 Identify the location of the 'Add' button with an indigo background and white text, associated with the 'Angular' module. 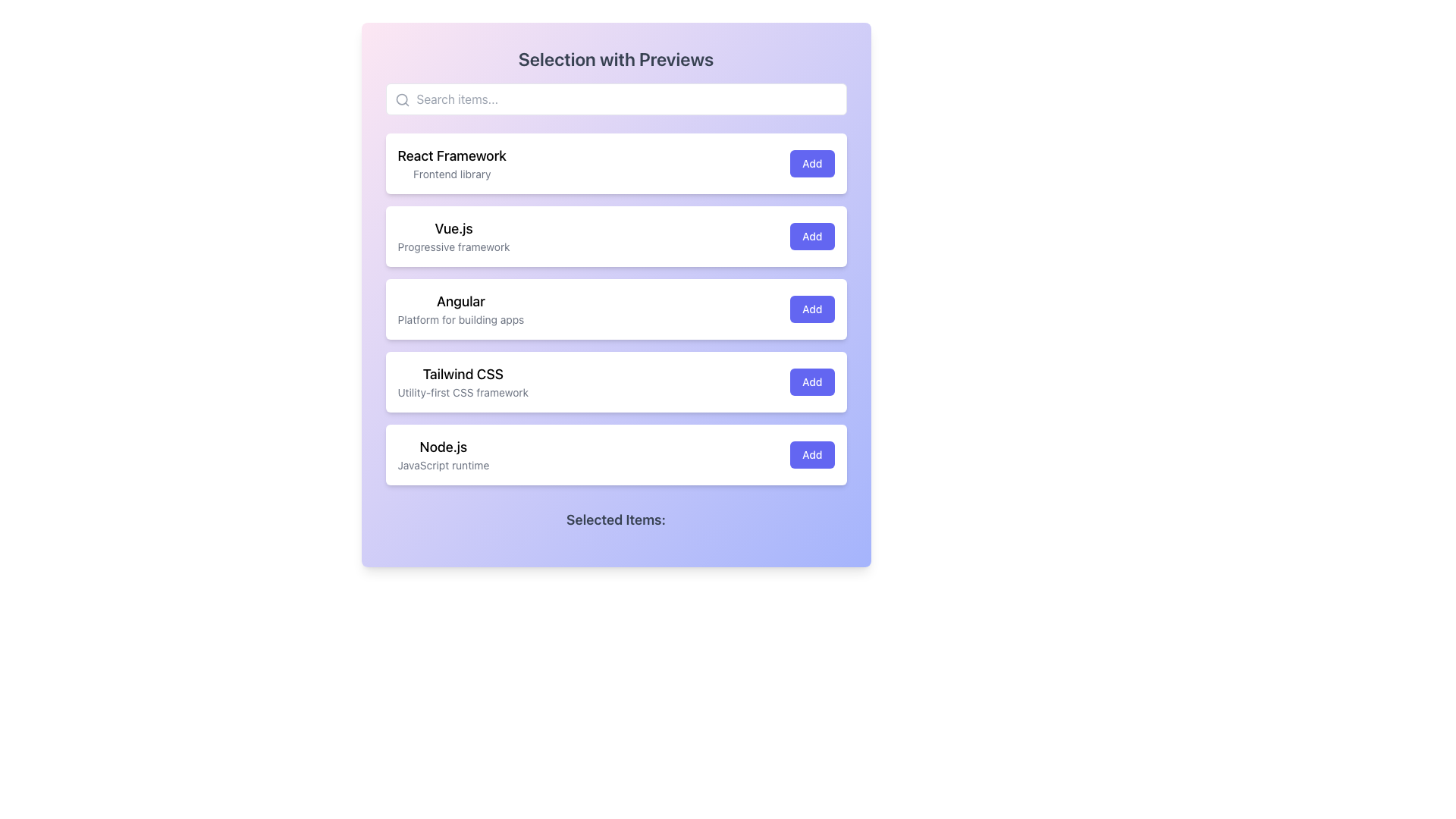
(811, 309).